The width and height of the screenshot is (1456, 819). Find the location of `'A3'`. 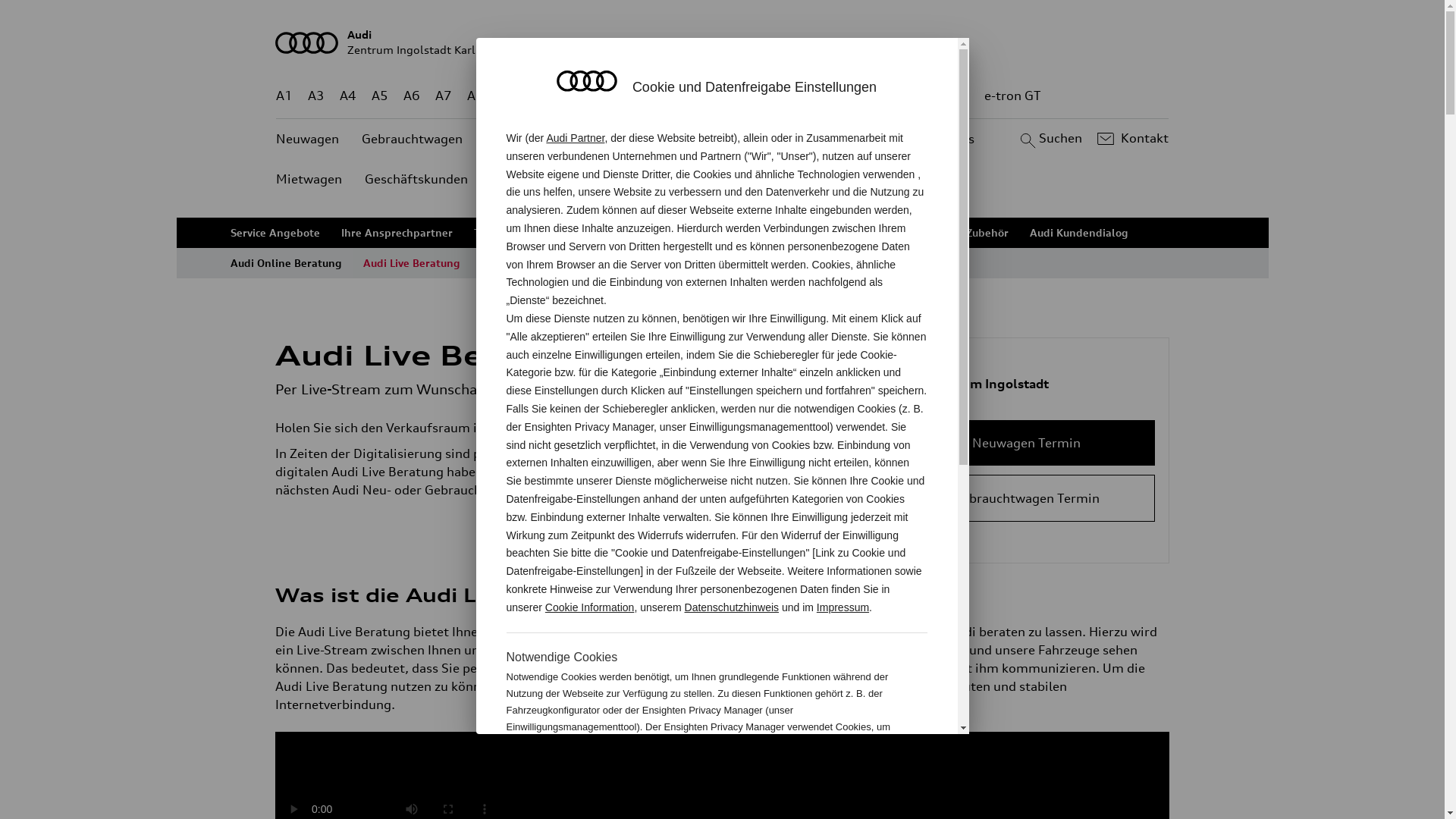

'A3' is located at coordinates (315, 96).